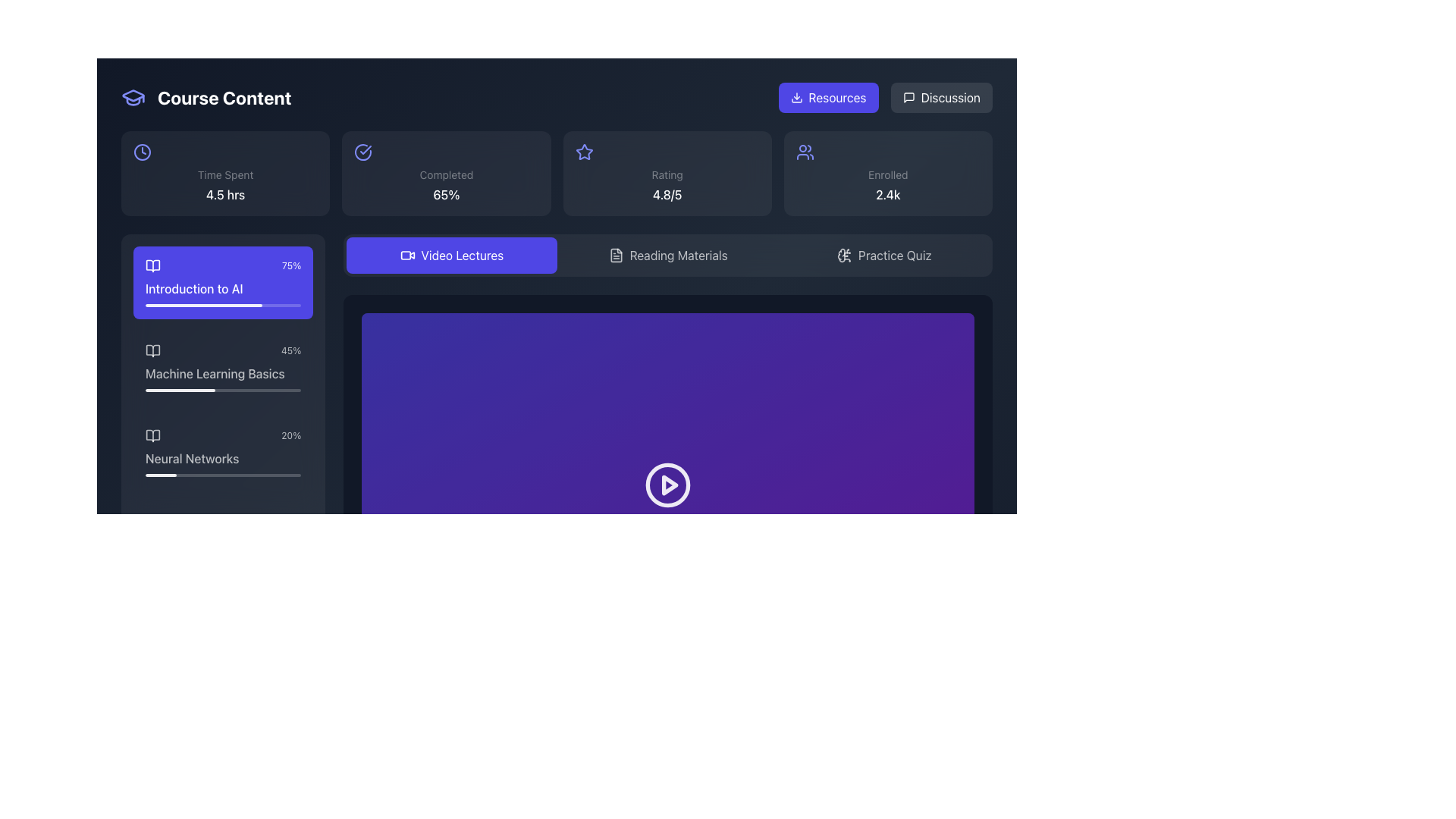 The width and height of the screenshot is (1456, 819). What do you see at coordinates (885, 97) in the screenshot?
I see `the 'Resources' section of the Tab navigation header, which has a prominent indigo background and white text` at bounding box center [885, 97].